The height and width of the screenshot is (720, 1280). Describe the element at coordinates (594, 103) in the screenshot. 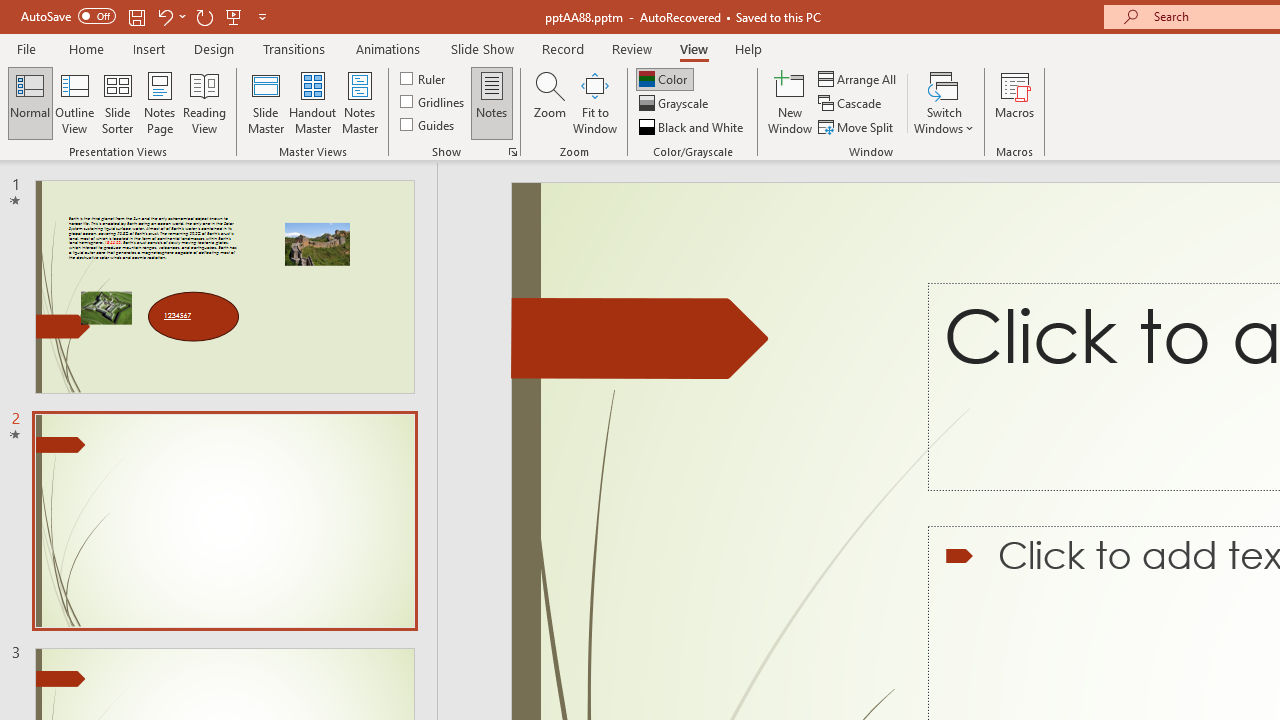

I see `'Fit to Window'` at that location.